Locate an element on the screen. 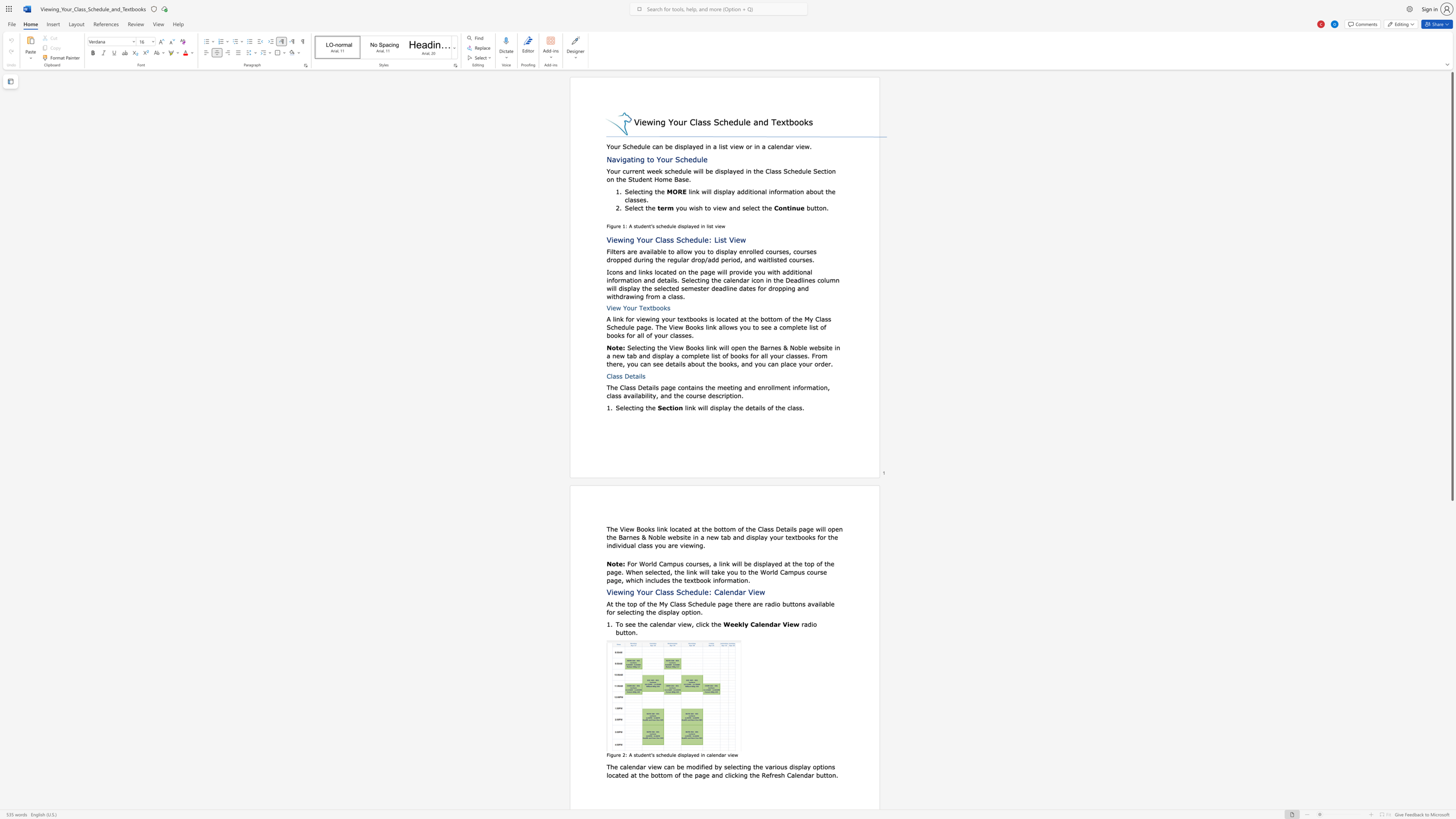  the right-hand scrollbar to descend the page is located at coordinates (1451, 686).